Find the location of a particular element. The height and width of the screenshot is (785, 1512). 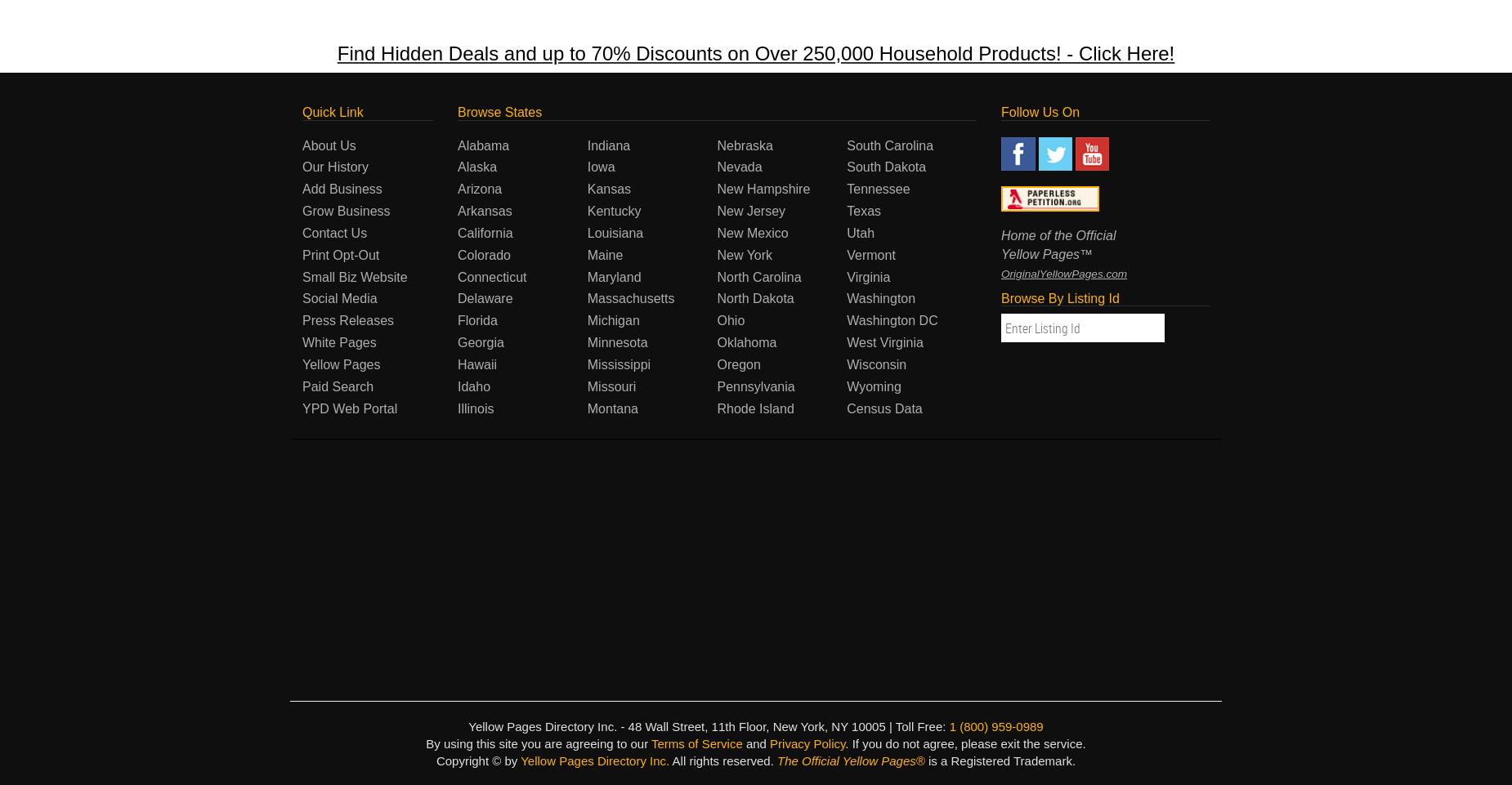

'Yellow Pages Directory Inc. - 48 Wall Street, 11th Floor, New York, NY 10005 |  Toll Free:' is located at coordinates (708, 725).